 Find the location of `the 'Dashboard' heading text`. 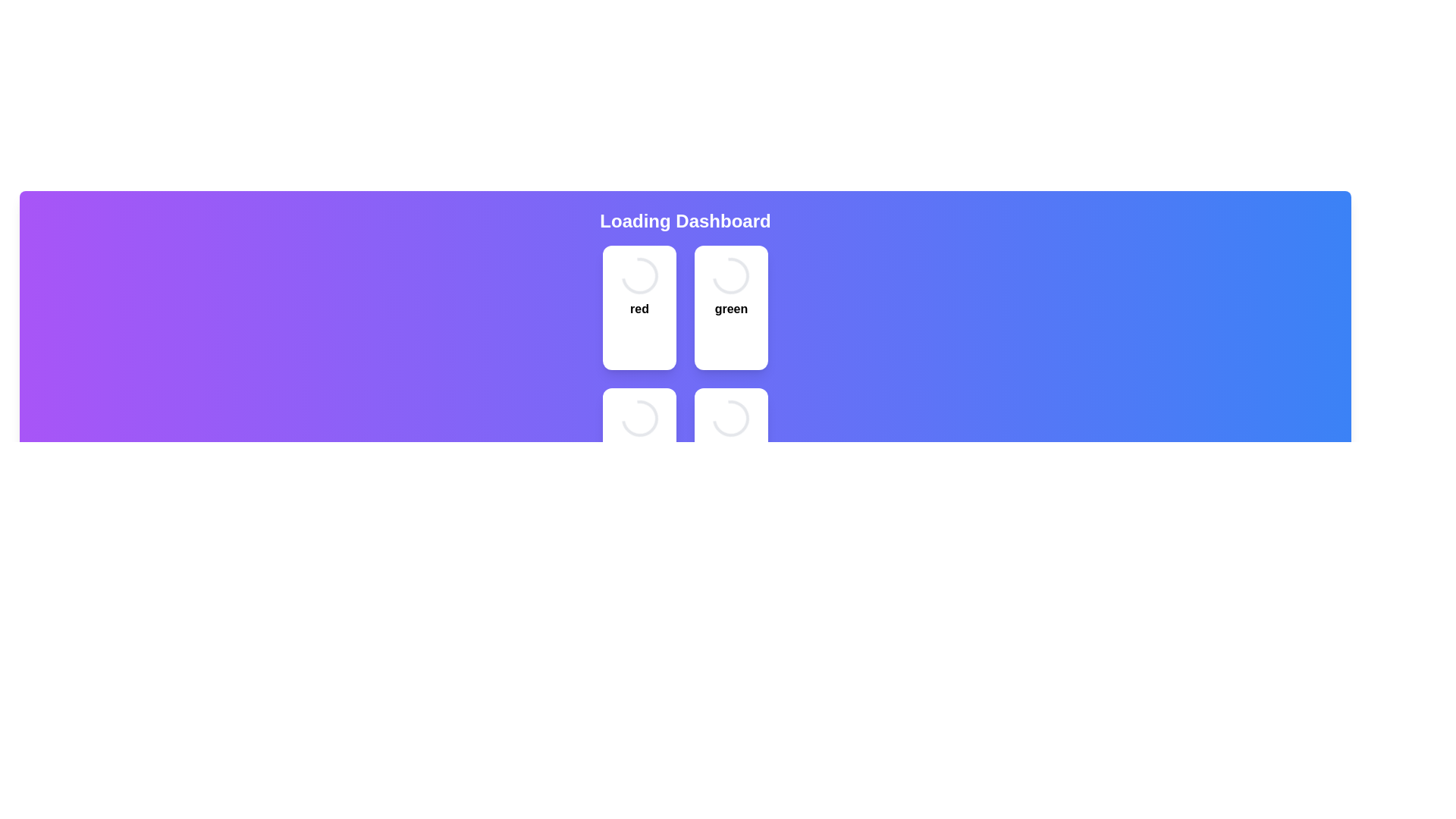

the 'Dashboard' heading text is located at coordinates (684, 221).